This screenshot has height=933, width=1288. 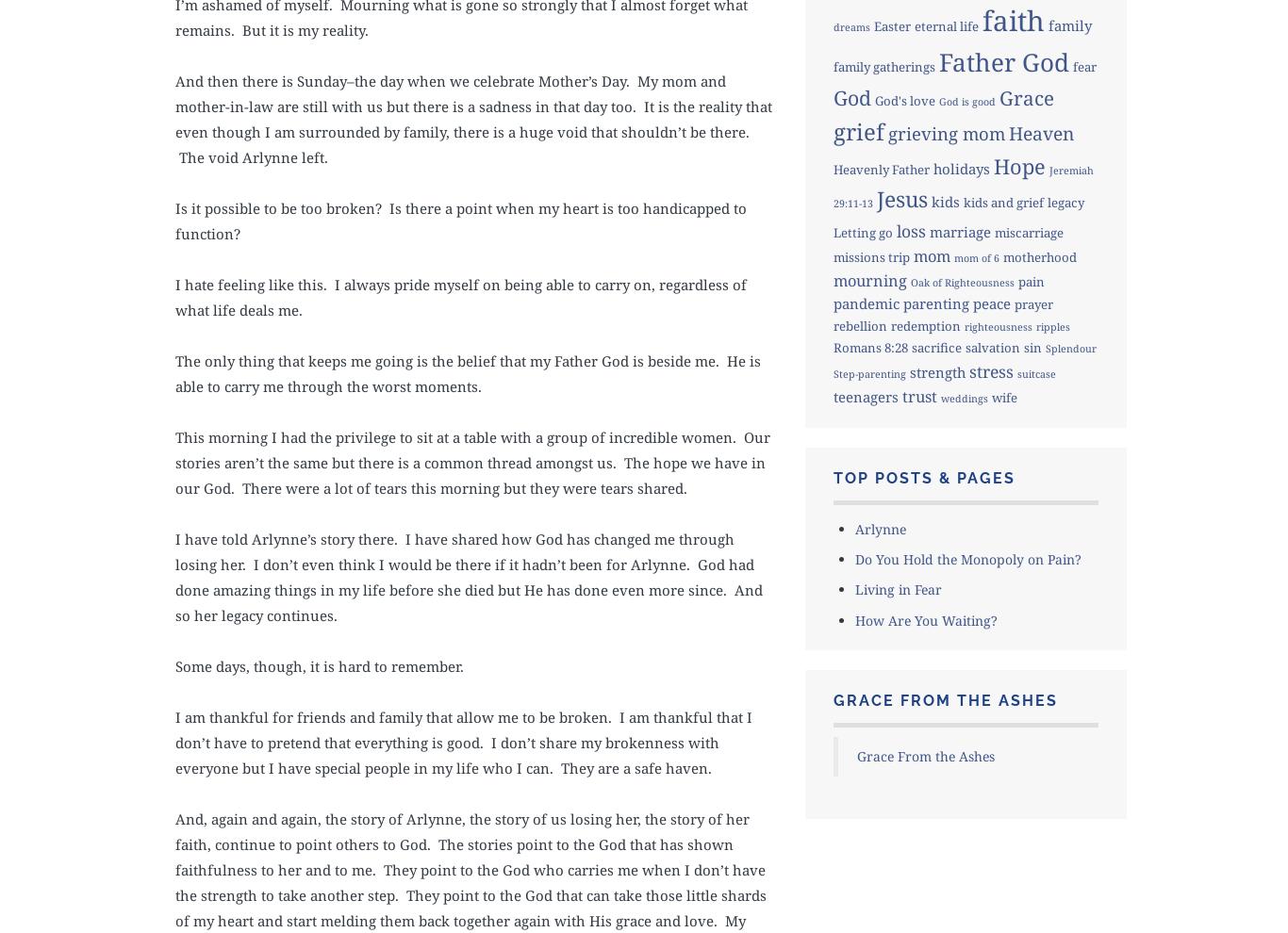 What do you see at coordinates (1051, 325) in the screenshot?
I see `'ripples'` at bounding box center [1051, 325].